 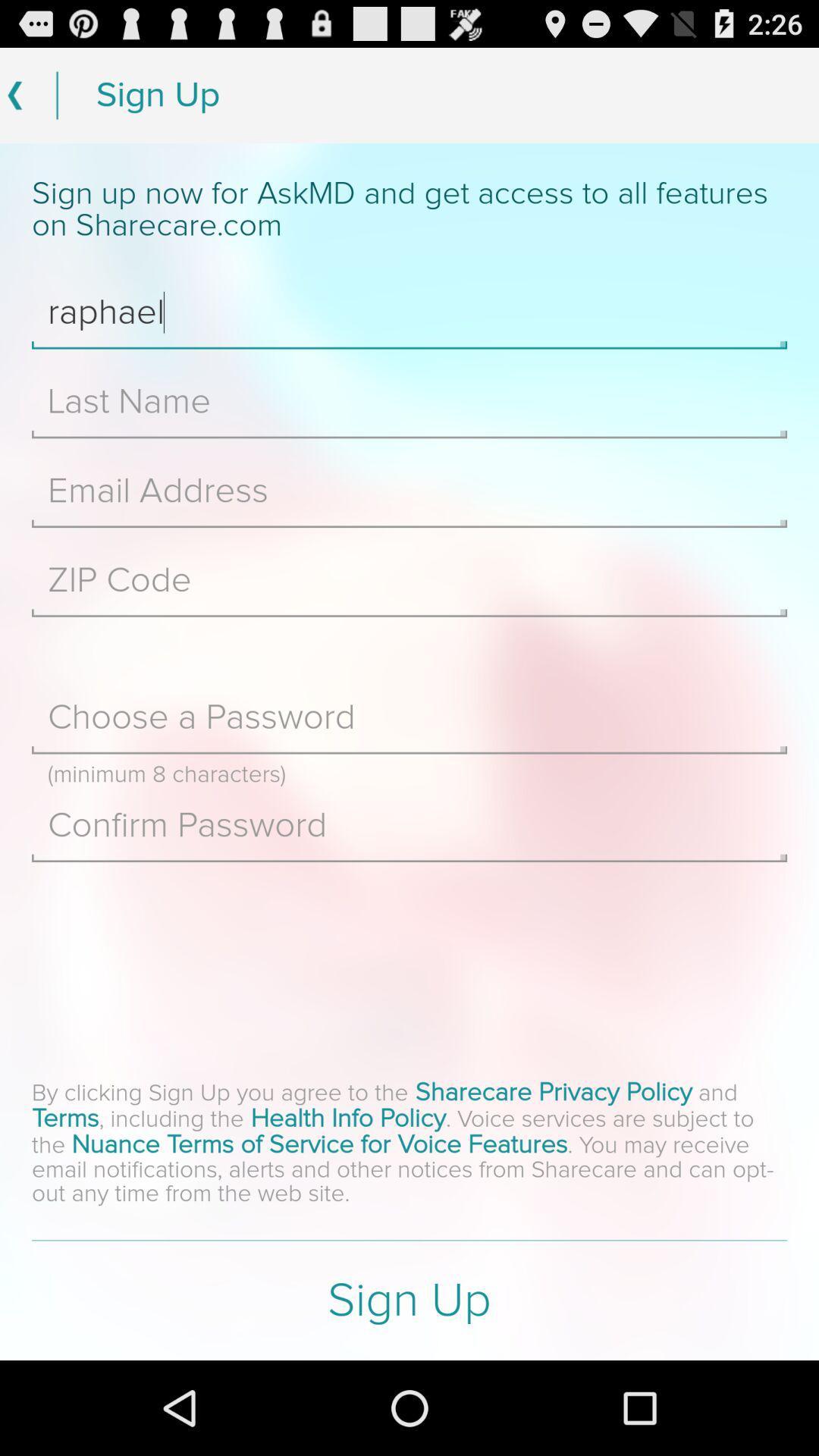 What do you see at coordinates (409, 401) in the screenshot?
I see `write last name` at bounding box center [409, 401].